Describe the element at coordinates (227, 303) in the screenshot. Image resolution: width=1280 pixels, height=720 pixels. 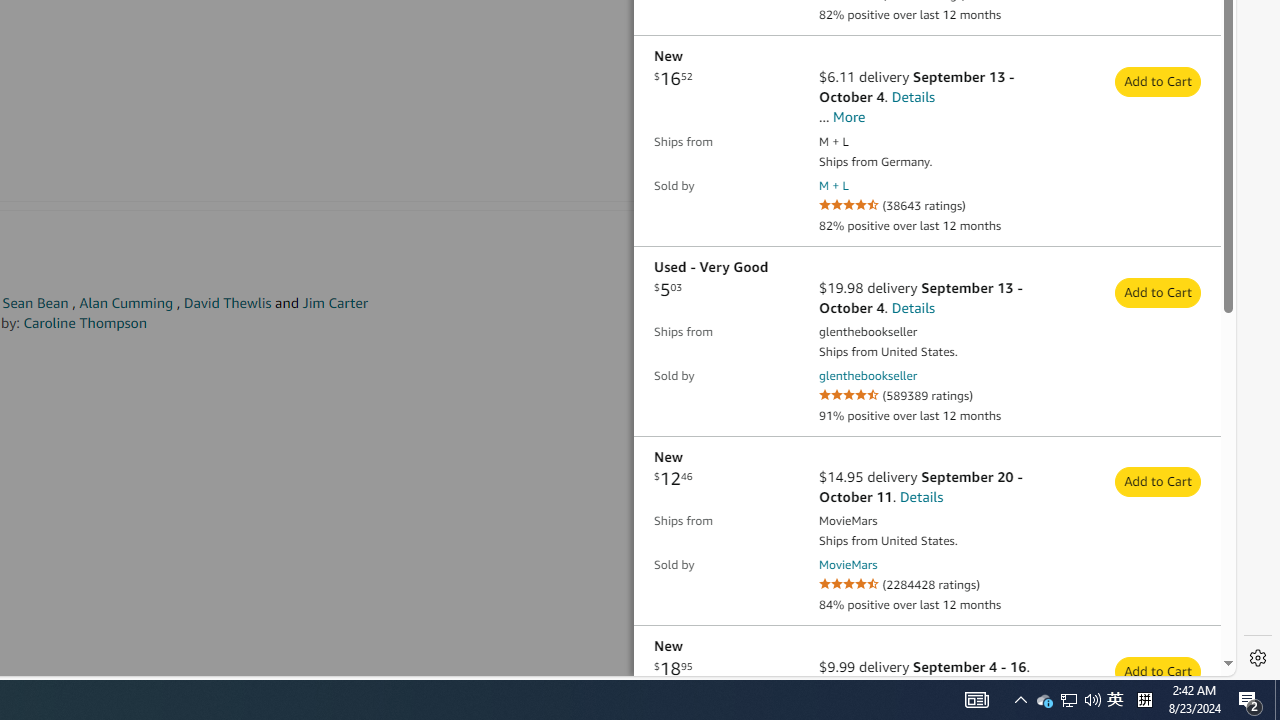
I see `'David Thewlis'` at that location.